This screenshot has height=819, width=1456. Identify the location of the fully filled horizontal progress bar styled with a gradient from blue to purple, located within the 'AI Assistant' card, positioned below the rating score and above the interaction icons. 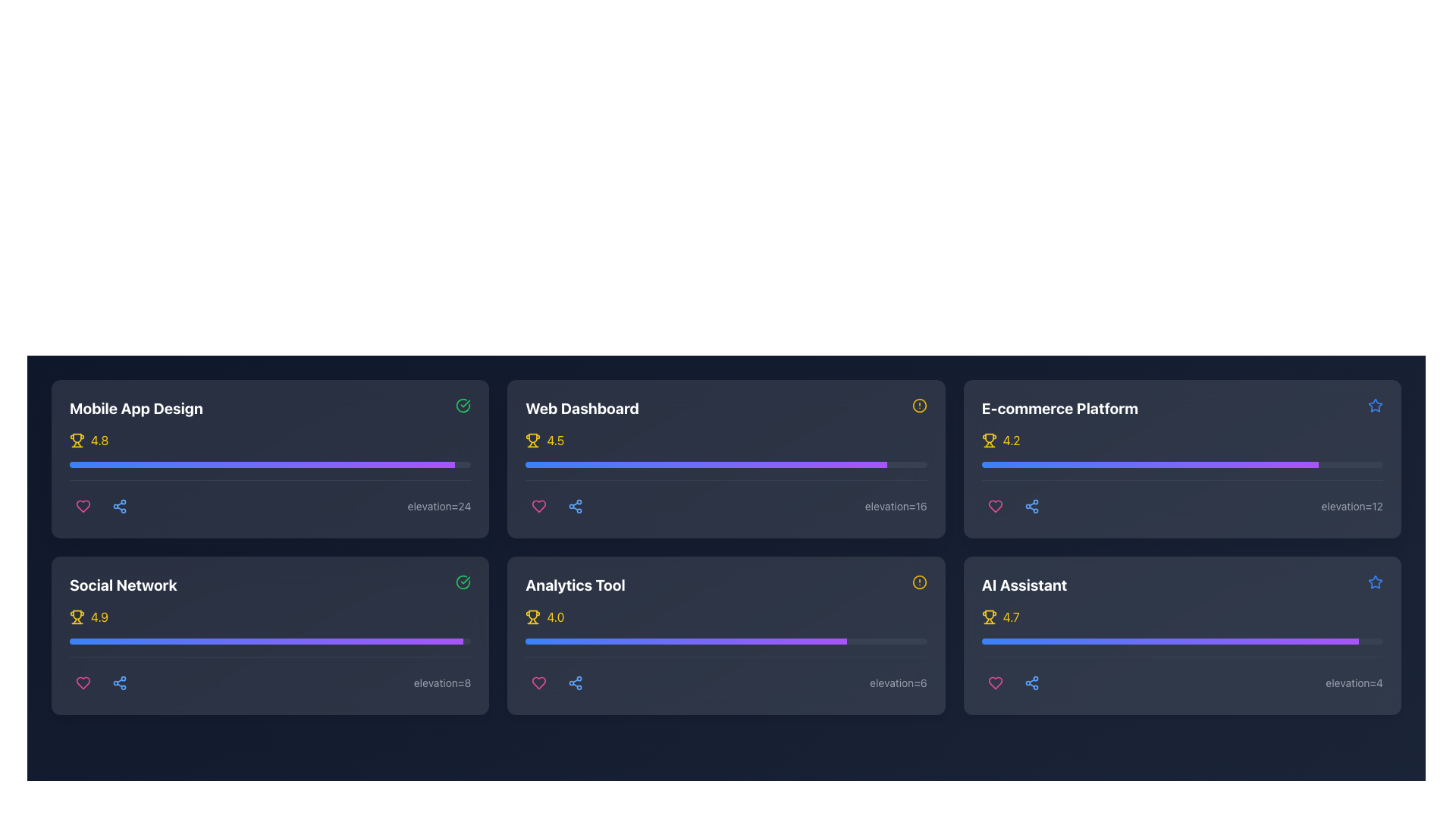
(1169, 641).